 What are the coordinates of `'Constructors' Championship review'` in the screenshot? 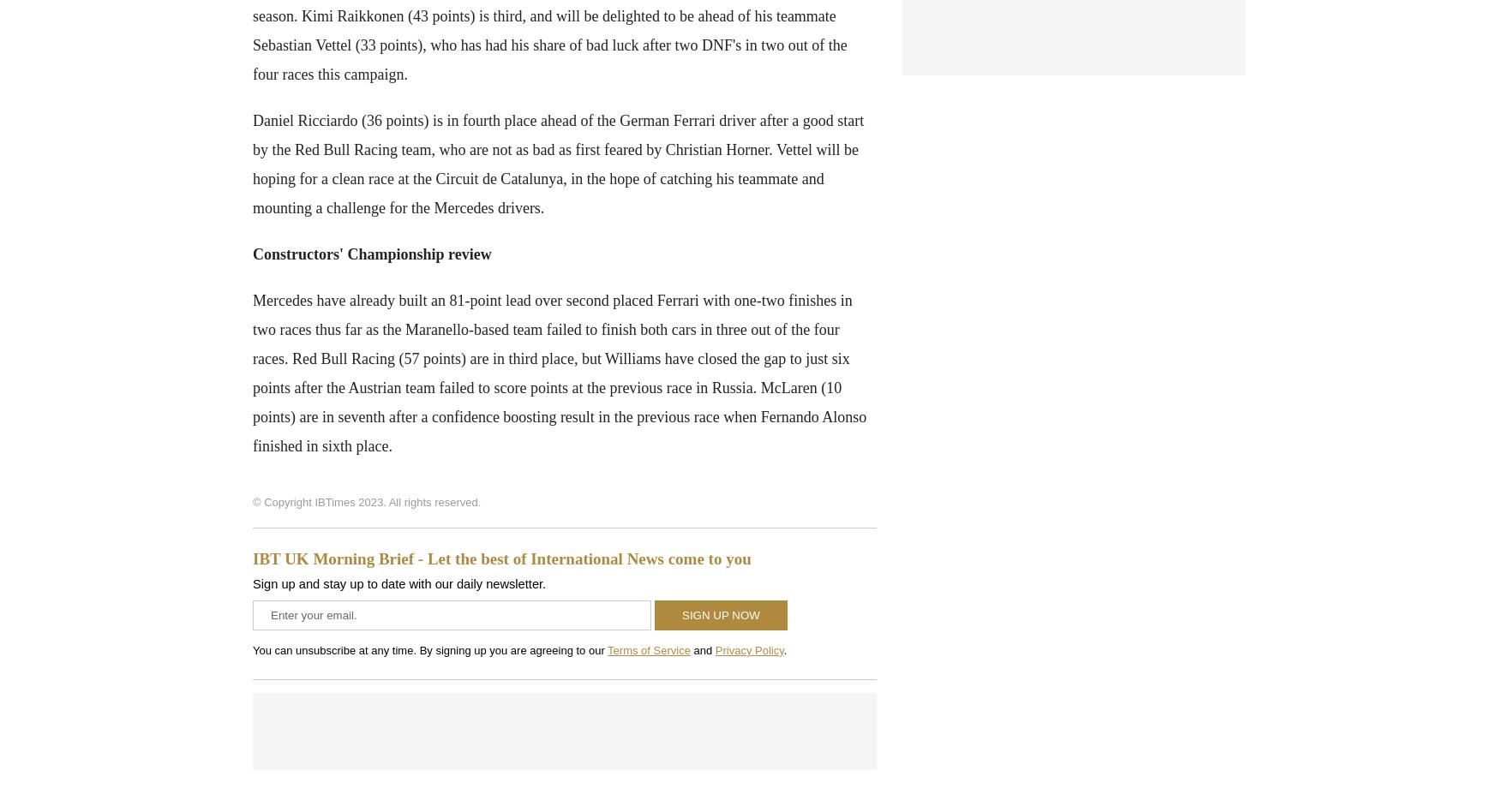 It's located at (252, 254).